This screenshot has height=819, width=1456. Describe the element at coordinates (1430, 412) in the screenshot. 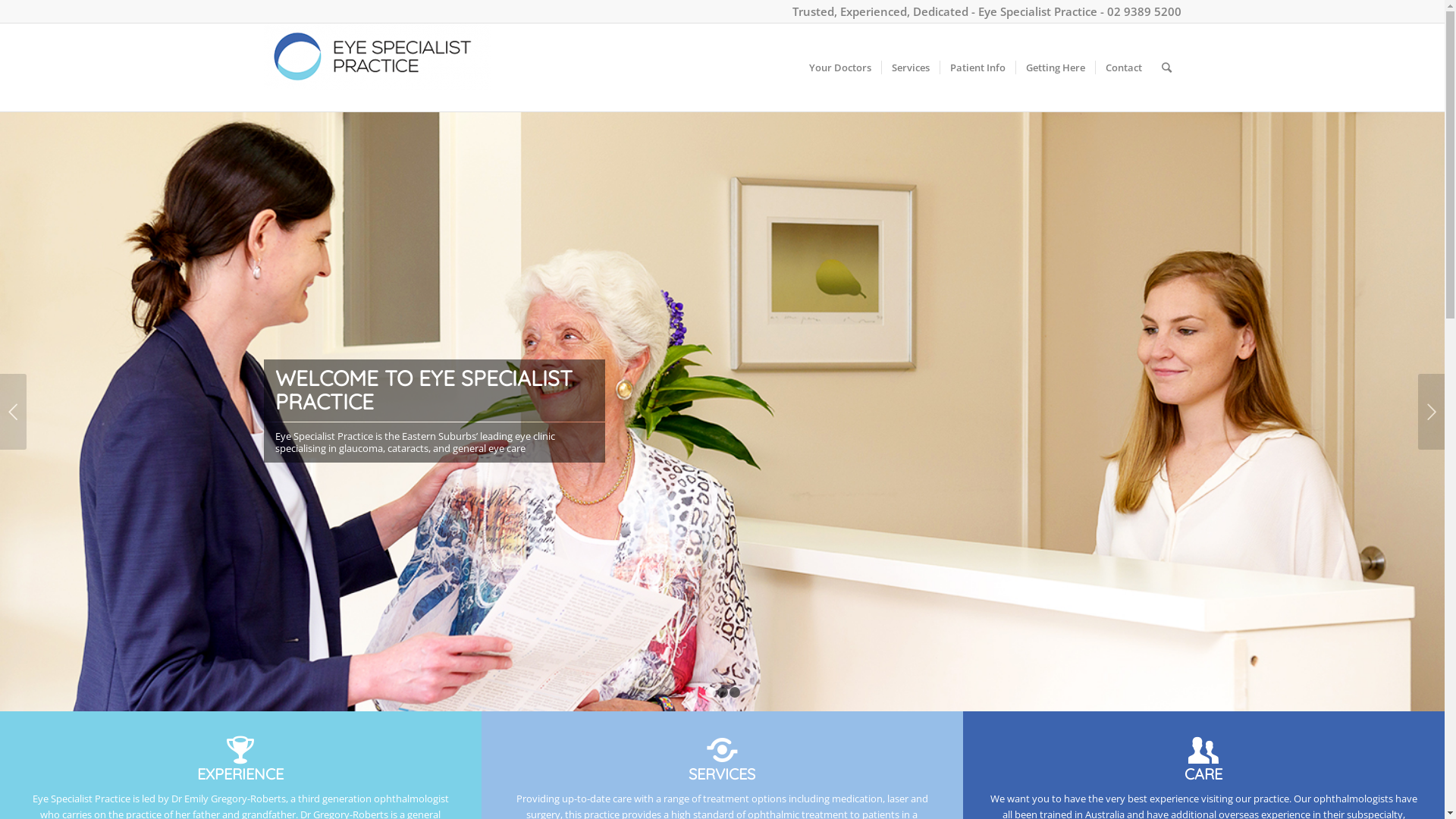

I see `'Next'` at that location.